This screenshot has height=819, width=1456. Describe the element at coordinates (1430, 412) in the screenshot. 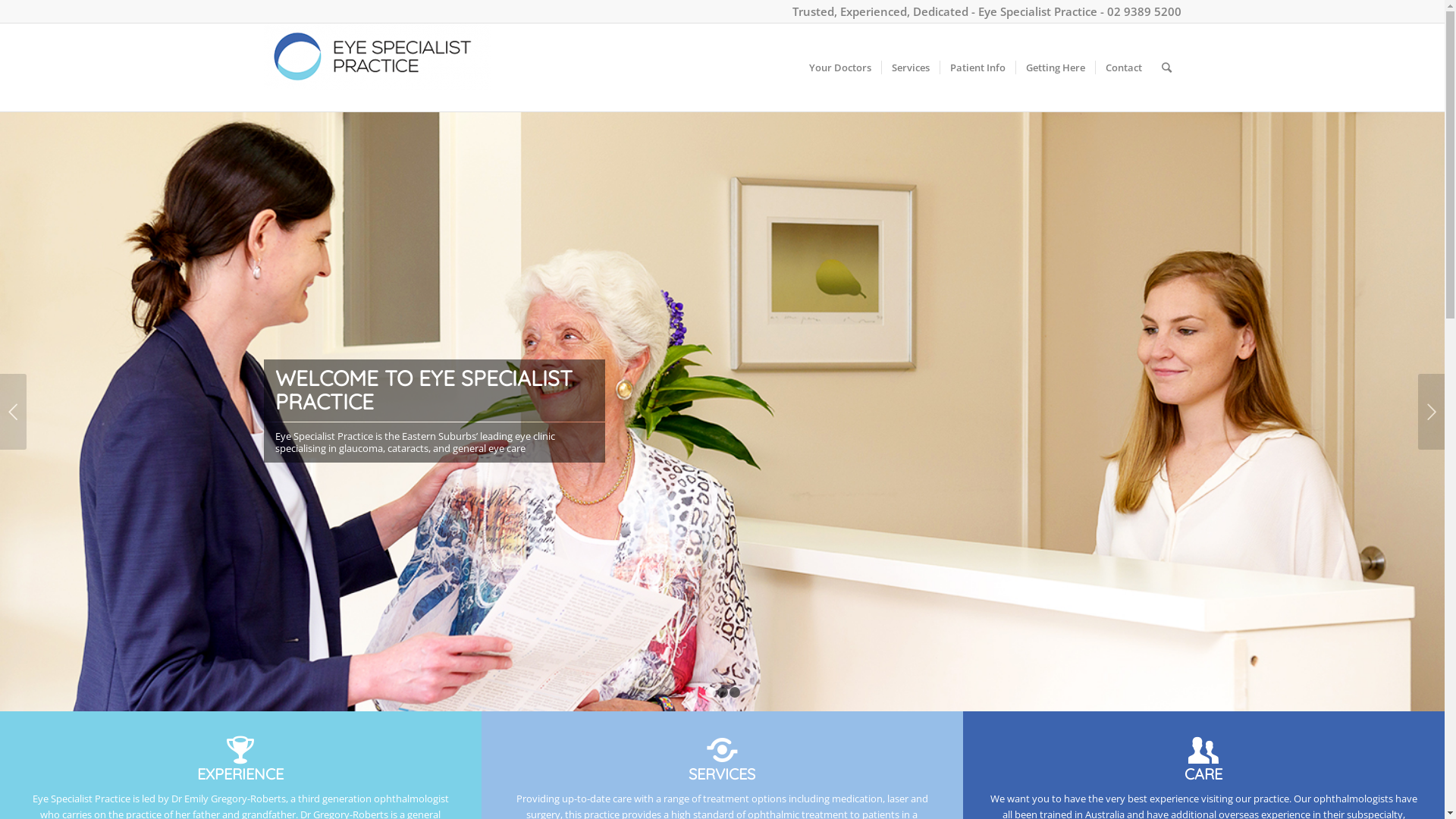

I see `'Next'` at that location.